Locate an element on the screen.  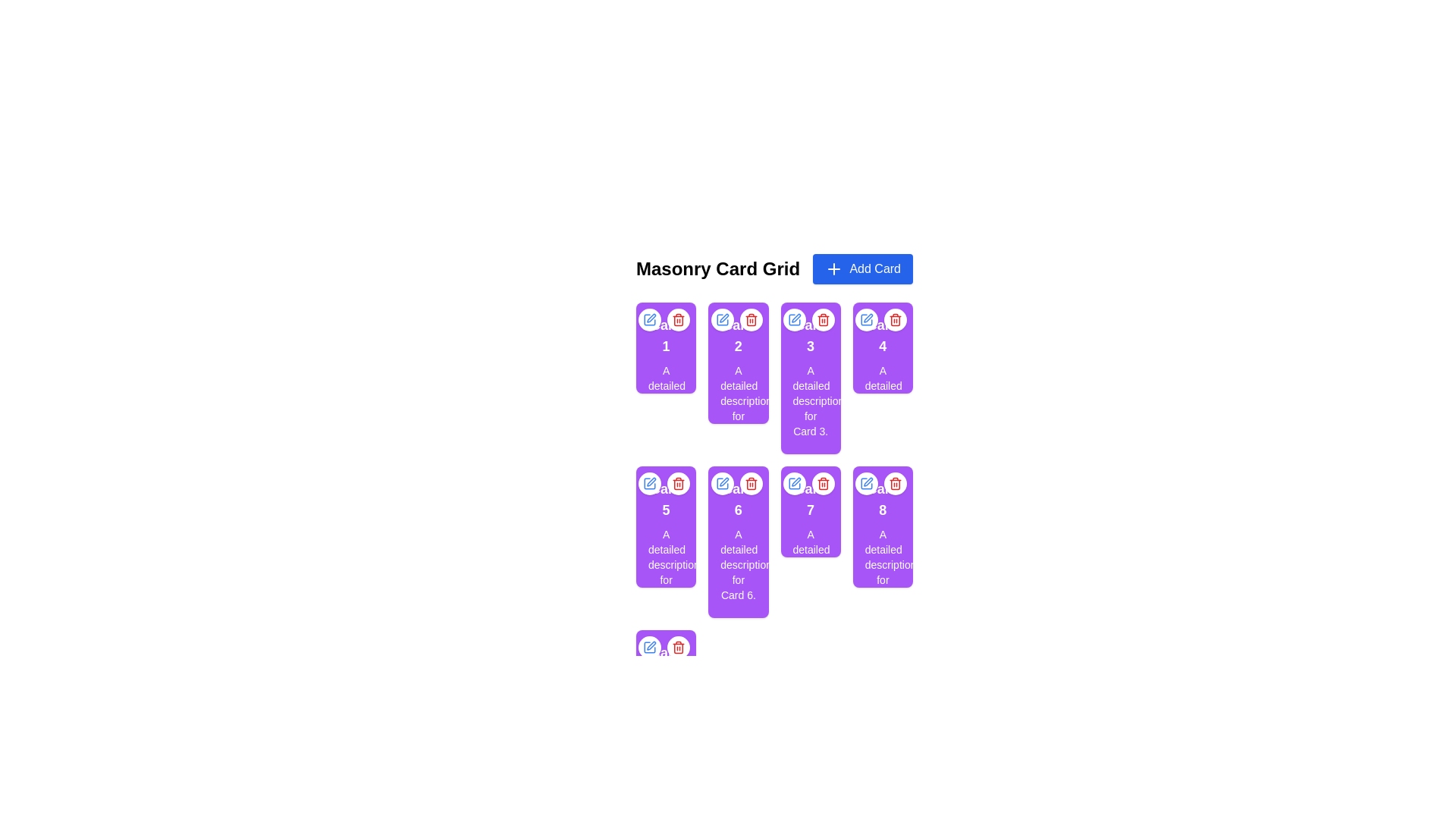
the blue pen icon within the circular button located in the top left corner of the card labeled '1' is located at coordinates (793, 483).